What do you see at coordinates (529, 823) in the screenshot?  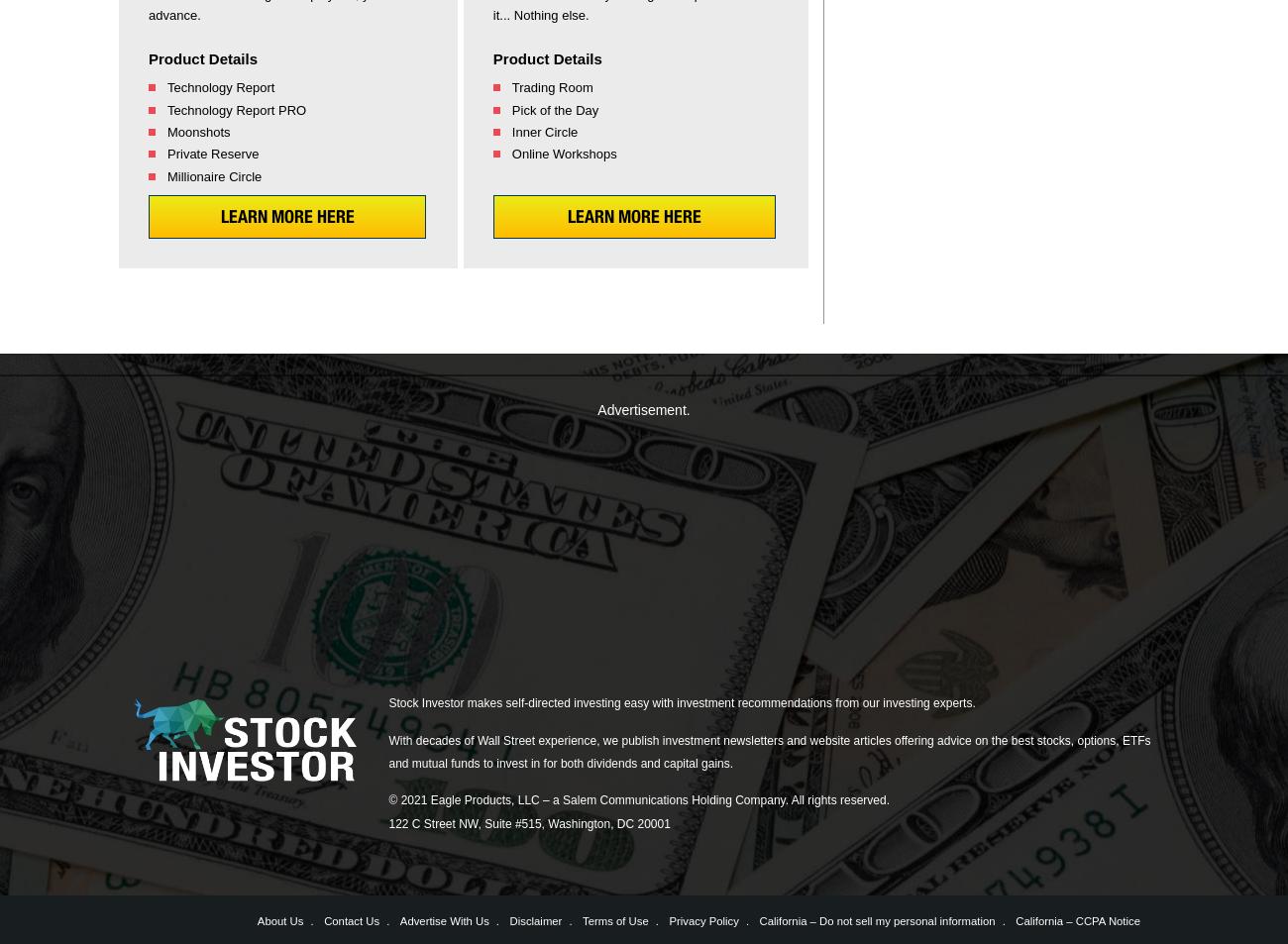 I see `'122 C Street NW, Suite #515, Washington, DC 20001'` at bounding box center [529, 823].